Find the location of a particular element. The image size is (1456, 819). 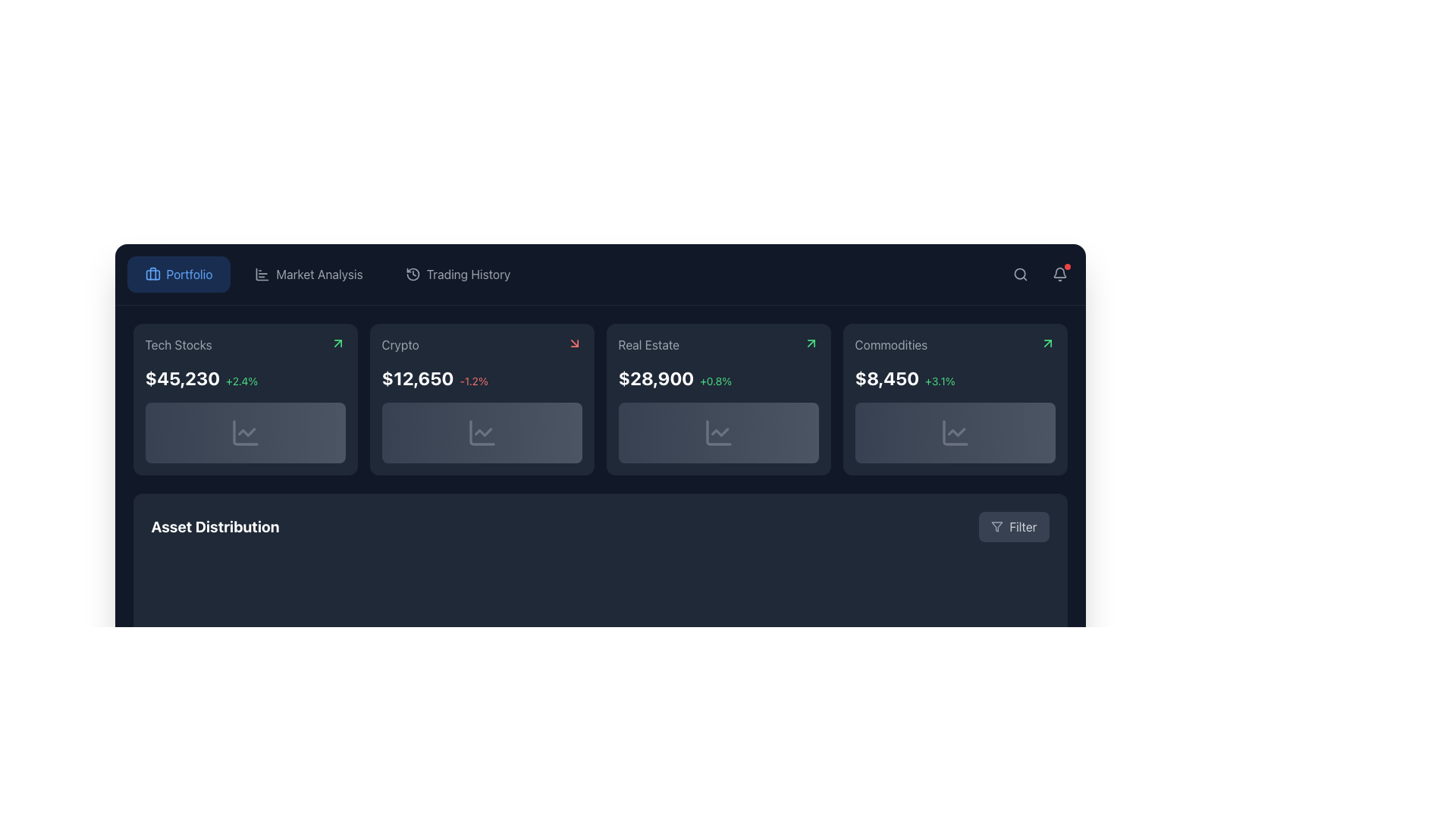

the chart icon representing a line graph located in the 'Crypto' section of the dashboard, positioned at the bottom-center beneath the amount '$12,650' and the percentage '-1.2%' is located at coordinates (481, 432).